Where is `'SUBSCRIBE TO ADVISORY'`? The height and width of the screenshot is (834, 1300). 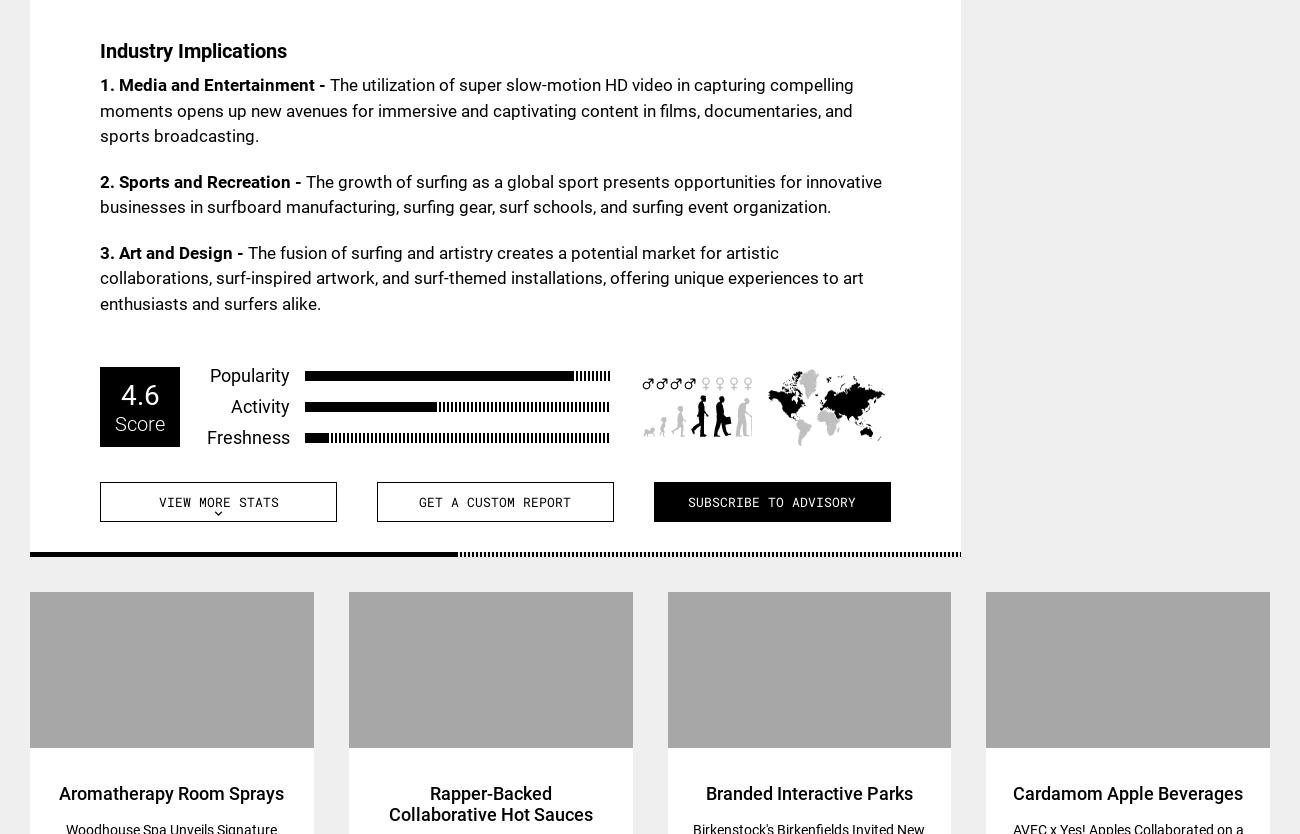 'SUBSCRIBE TO ADVISORY' is located at coordinates (770, 500).